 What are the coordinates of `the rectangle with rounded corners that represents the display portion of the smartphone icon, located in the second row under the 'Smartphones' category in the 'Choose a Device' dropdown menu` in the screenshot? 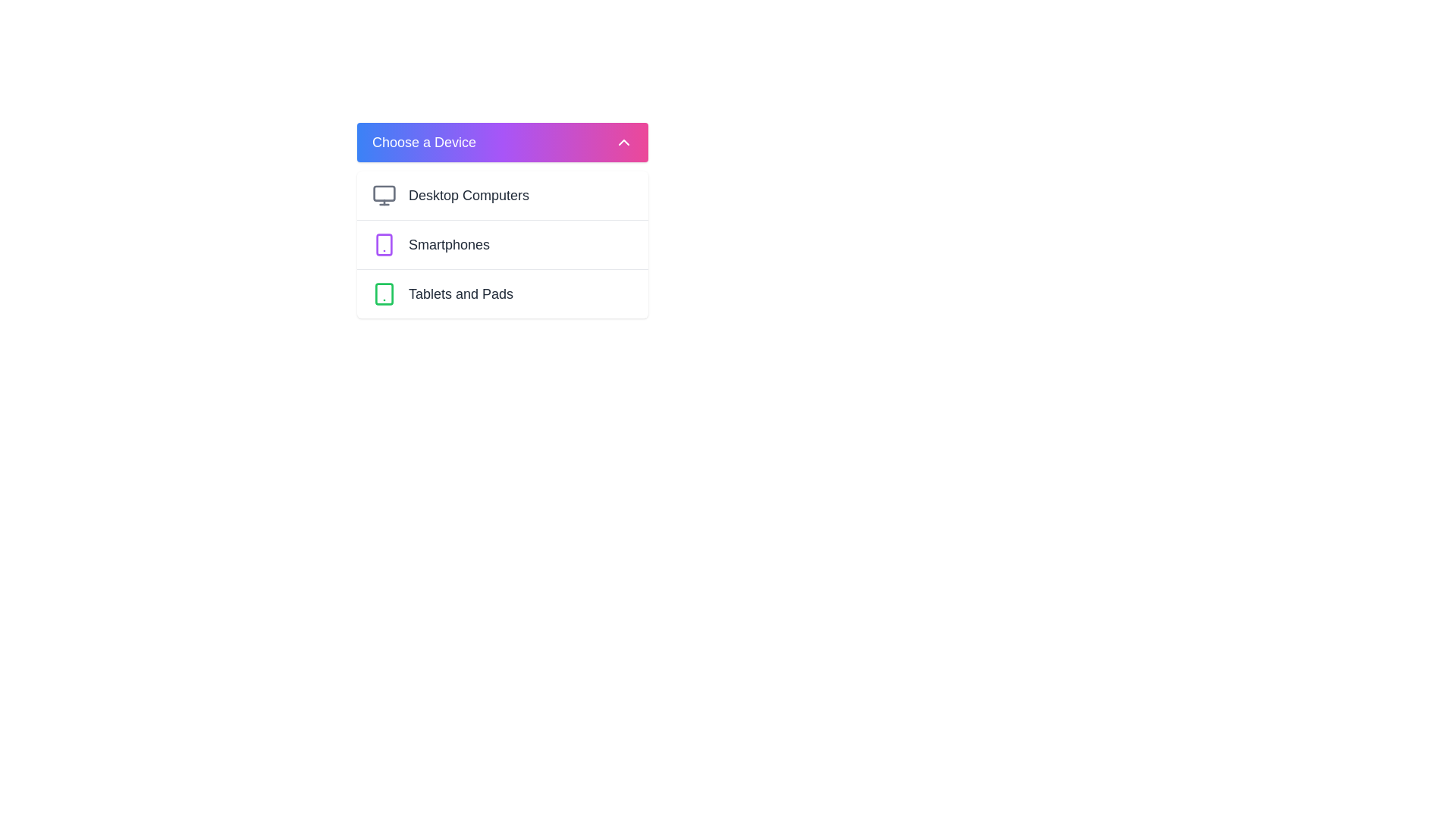 It's located at (384, 244).